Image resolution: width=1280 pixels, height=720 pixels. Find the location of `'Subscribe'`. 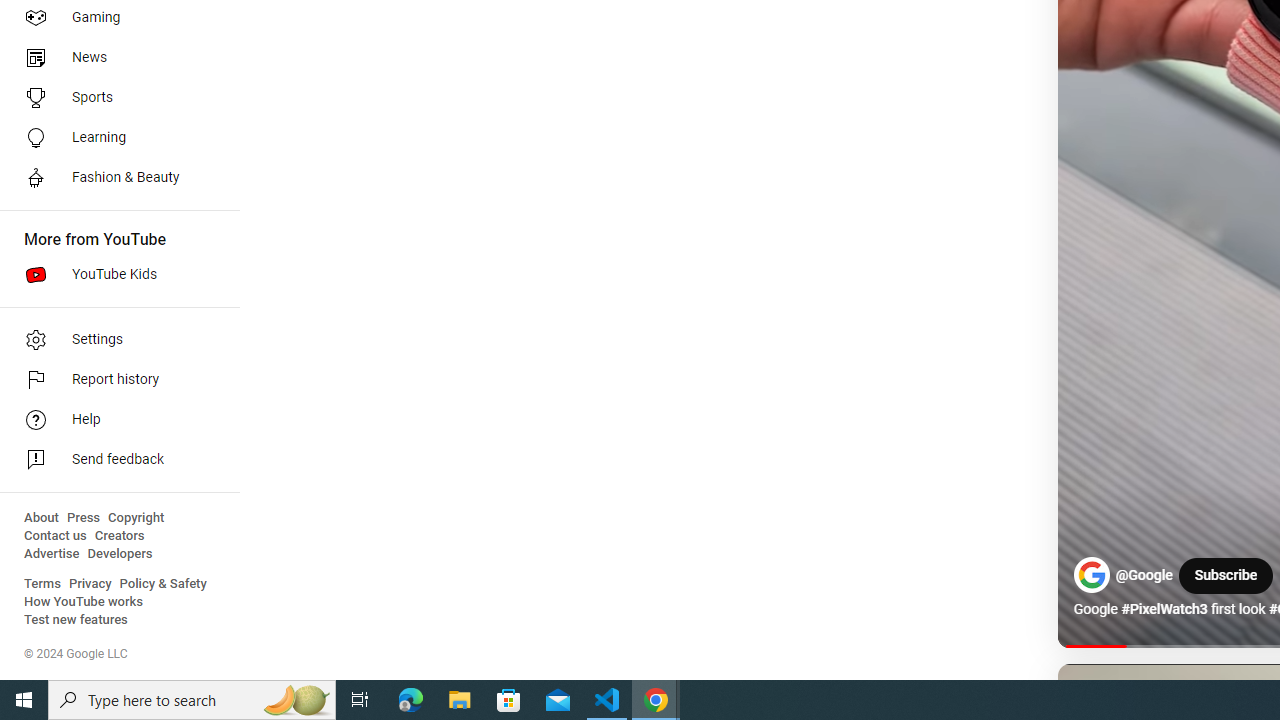

'Subscribe' is located at coordinates (1224, 576).